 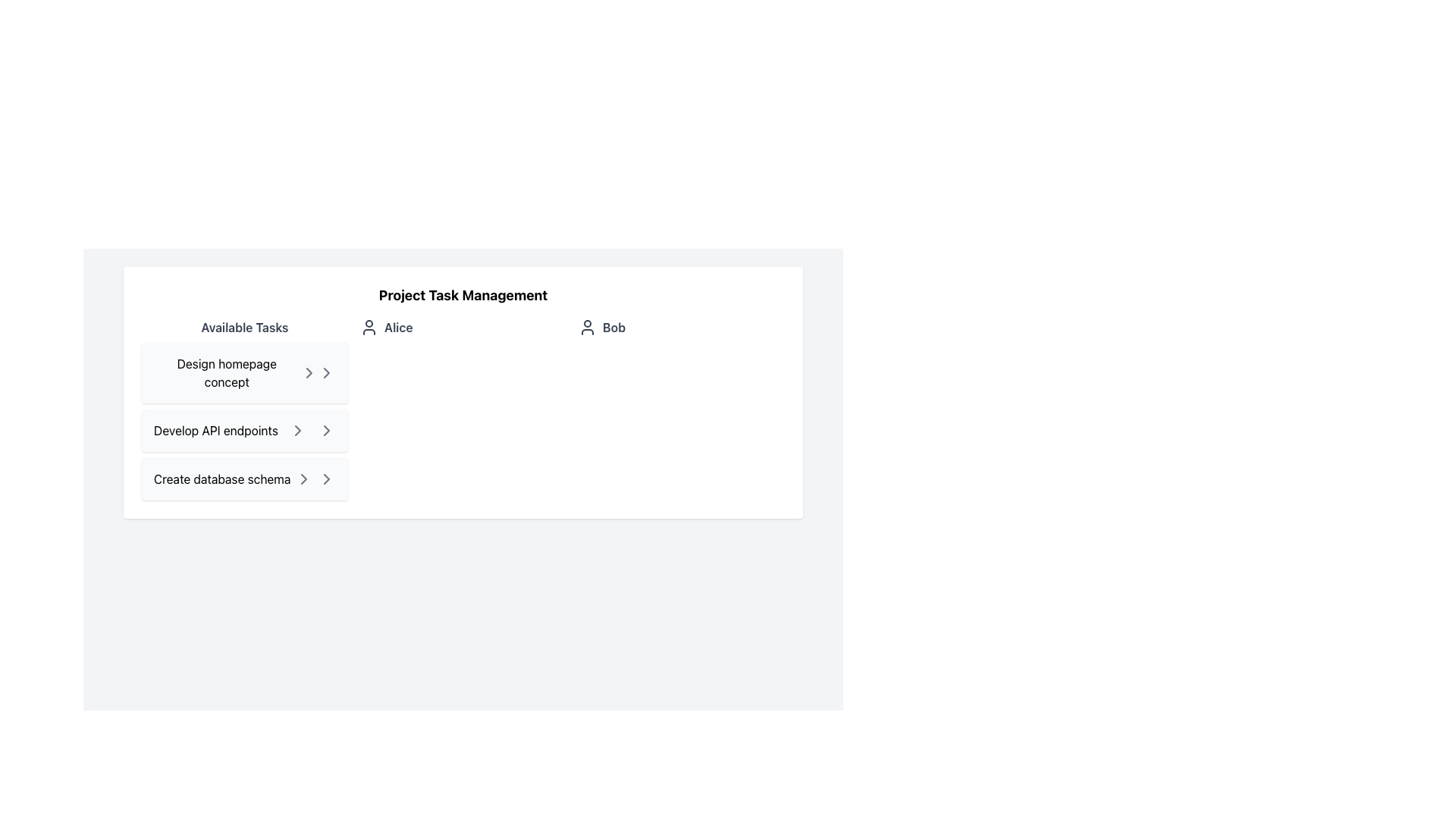 What do you see at coordinates (244, 479) in the screenshot?
I see `the third selectable task item in the list` at bounding box center [244, 479].